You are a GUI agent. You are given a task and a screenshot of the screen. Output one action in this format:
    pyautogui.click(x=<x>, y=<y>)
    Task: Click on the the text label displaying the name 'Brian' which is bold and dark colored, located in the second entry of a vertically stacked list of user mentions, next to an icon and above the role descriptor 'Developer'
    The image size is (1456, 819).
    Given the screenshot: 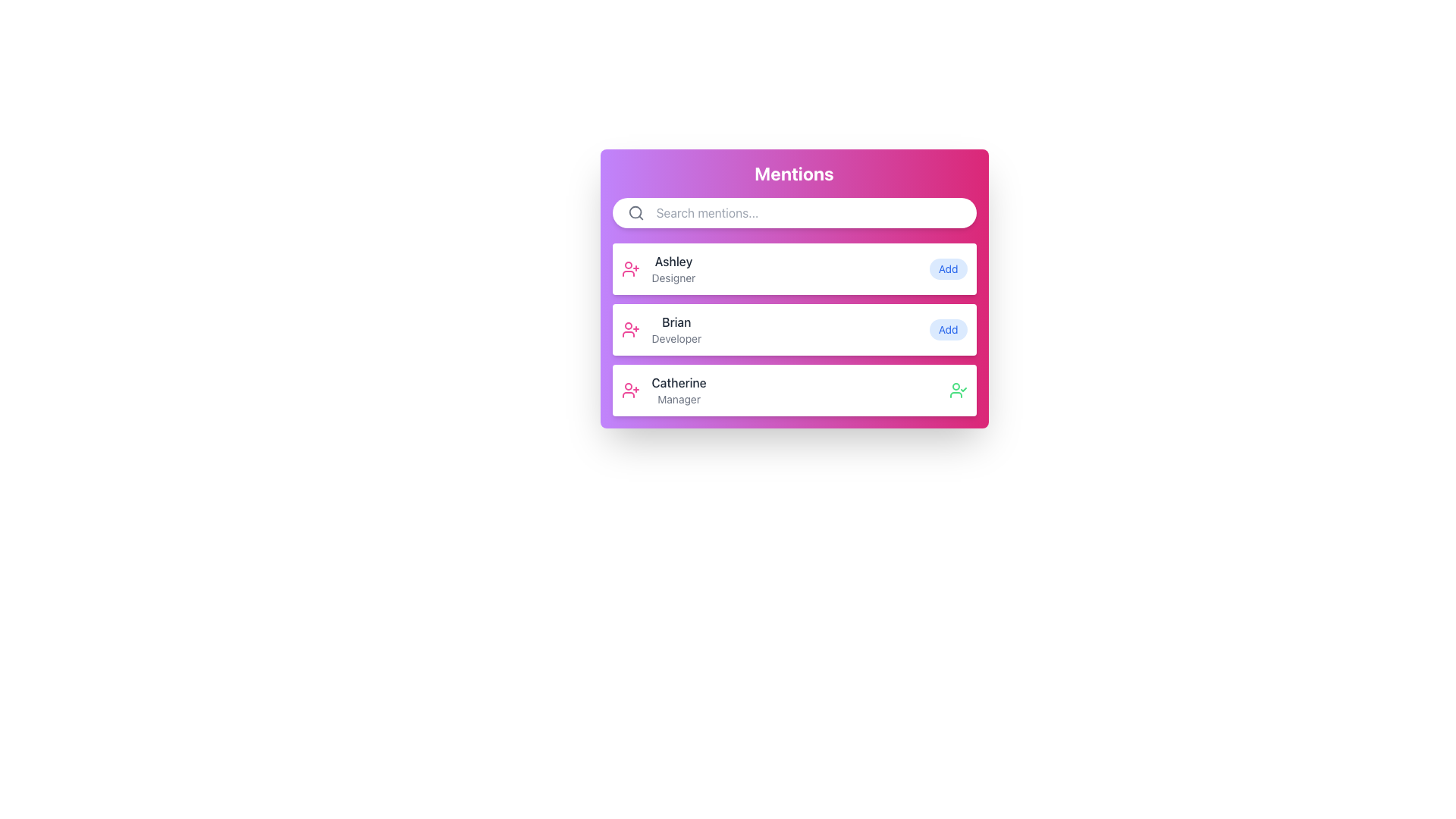 What is the action you would take?
    pyautogui.click(x=676, y=321)
    